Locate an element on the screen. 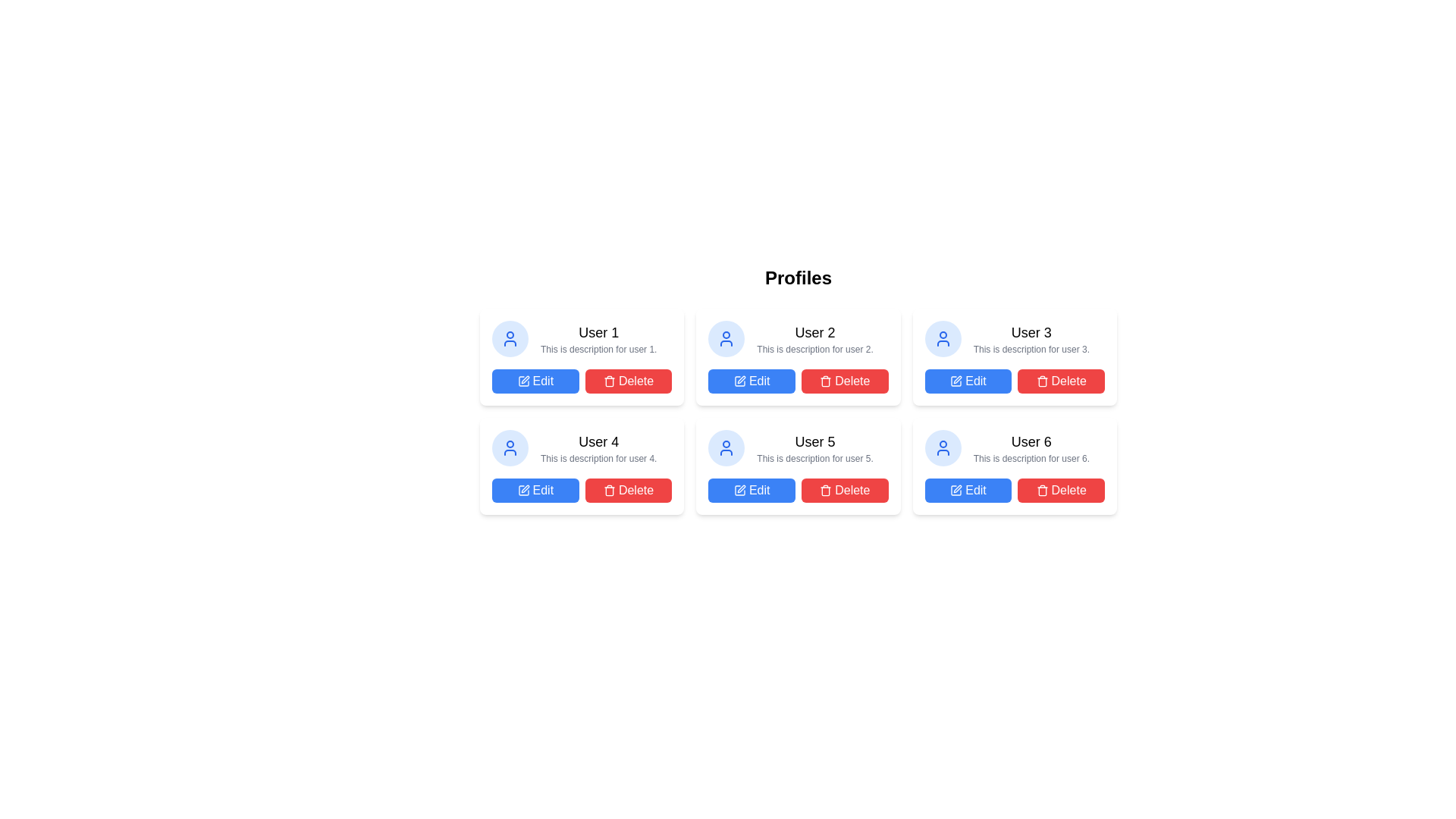  the 'Profiles' heading, which is displayed in a large, bold font and positioned centrally at the top of the layout above user profile cards is located at coordinates (797, 278).